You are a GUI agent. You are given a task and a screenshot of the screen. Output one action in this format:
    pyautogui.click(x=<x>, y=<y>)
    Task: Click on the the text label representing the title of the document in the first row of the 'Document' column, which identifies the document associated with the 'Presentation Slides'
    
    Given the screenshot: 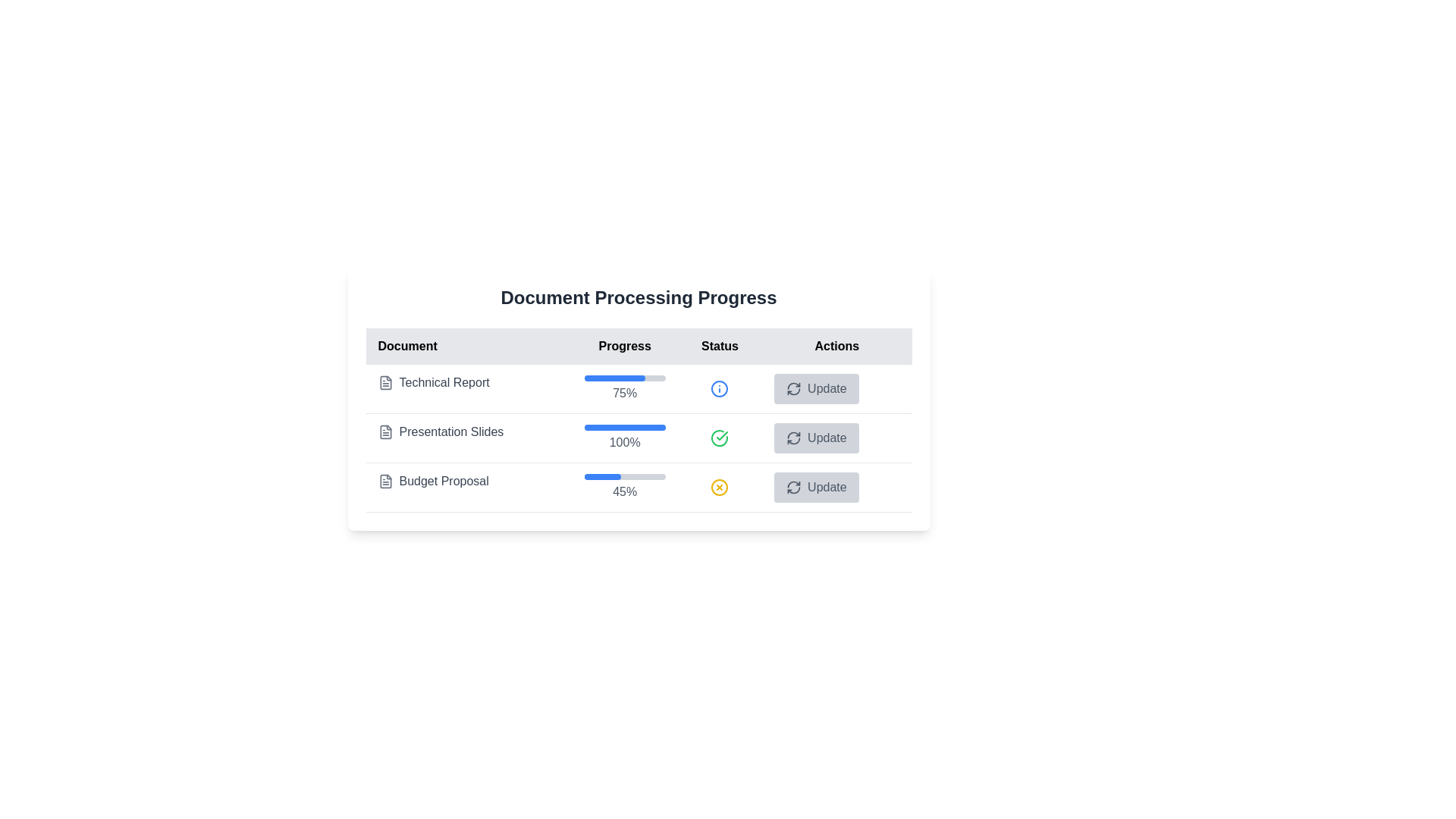 What is the action you would take?
    pyautogui.click(x=444, y=382)
    